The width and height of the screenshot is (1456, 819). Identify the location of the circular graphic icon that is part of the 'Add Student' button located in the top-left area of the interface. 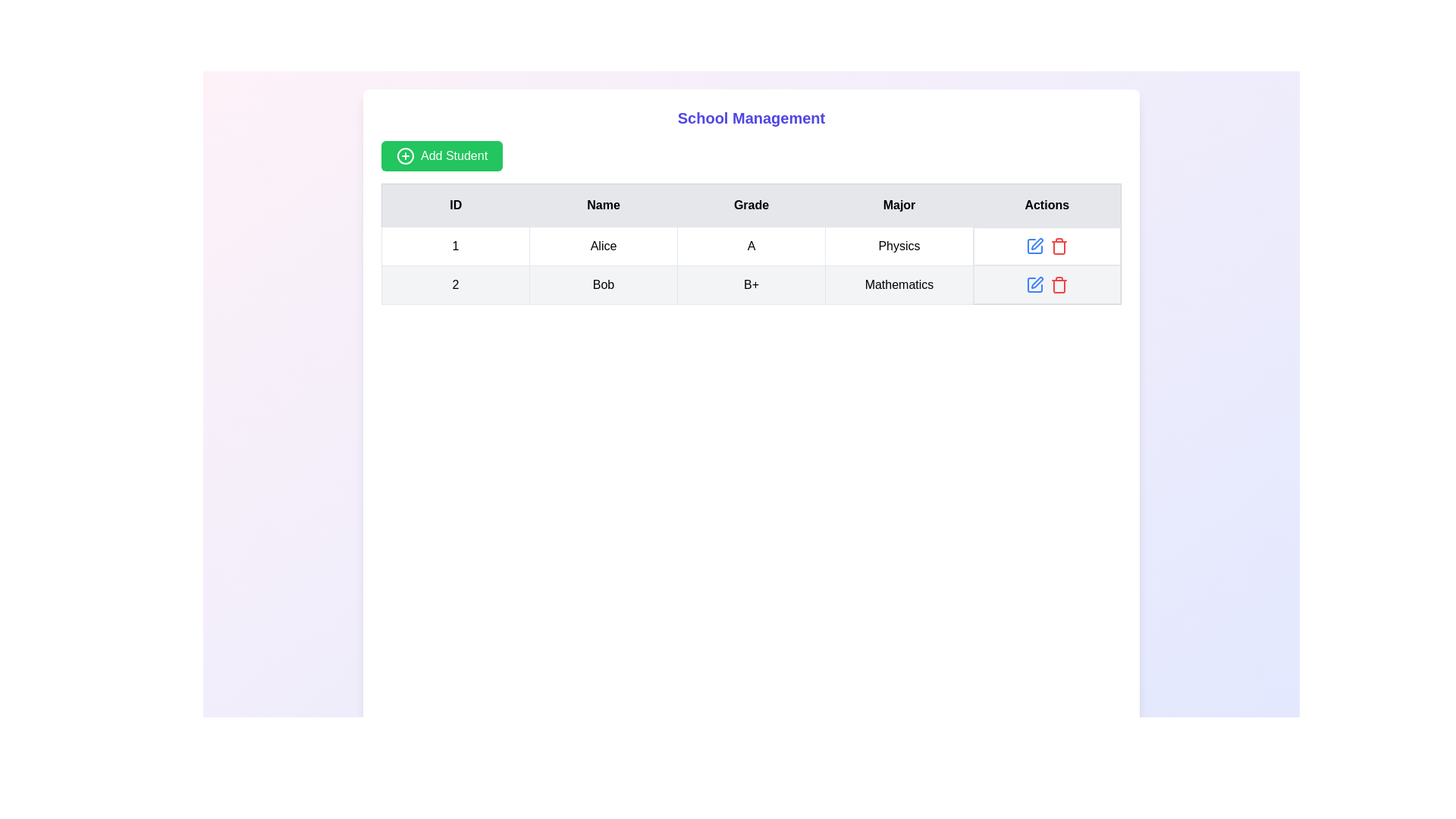
(405, 155).